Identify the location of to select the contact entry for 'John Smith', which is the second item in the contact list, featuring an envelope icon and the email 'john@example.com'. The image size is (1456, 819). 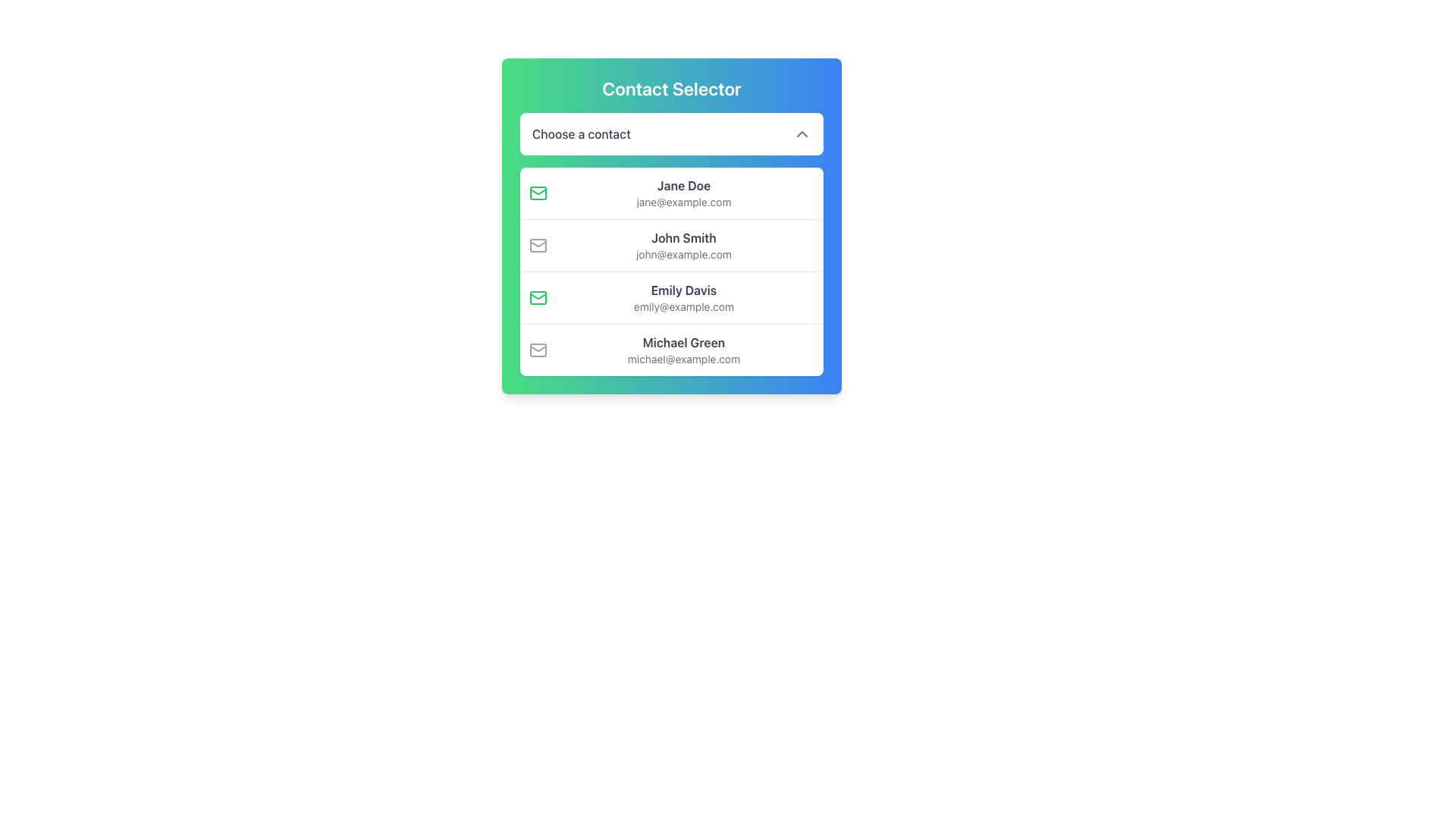
(671, 244).